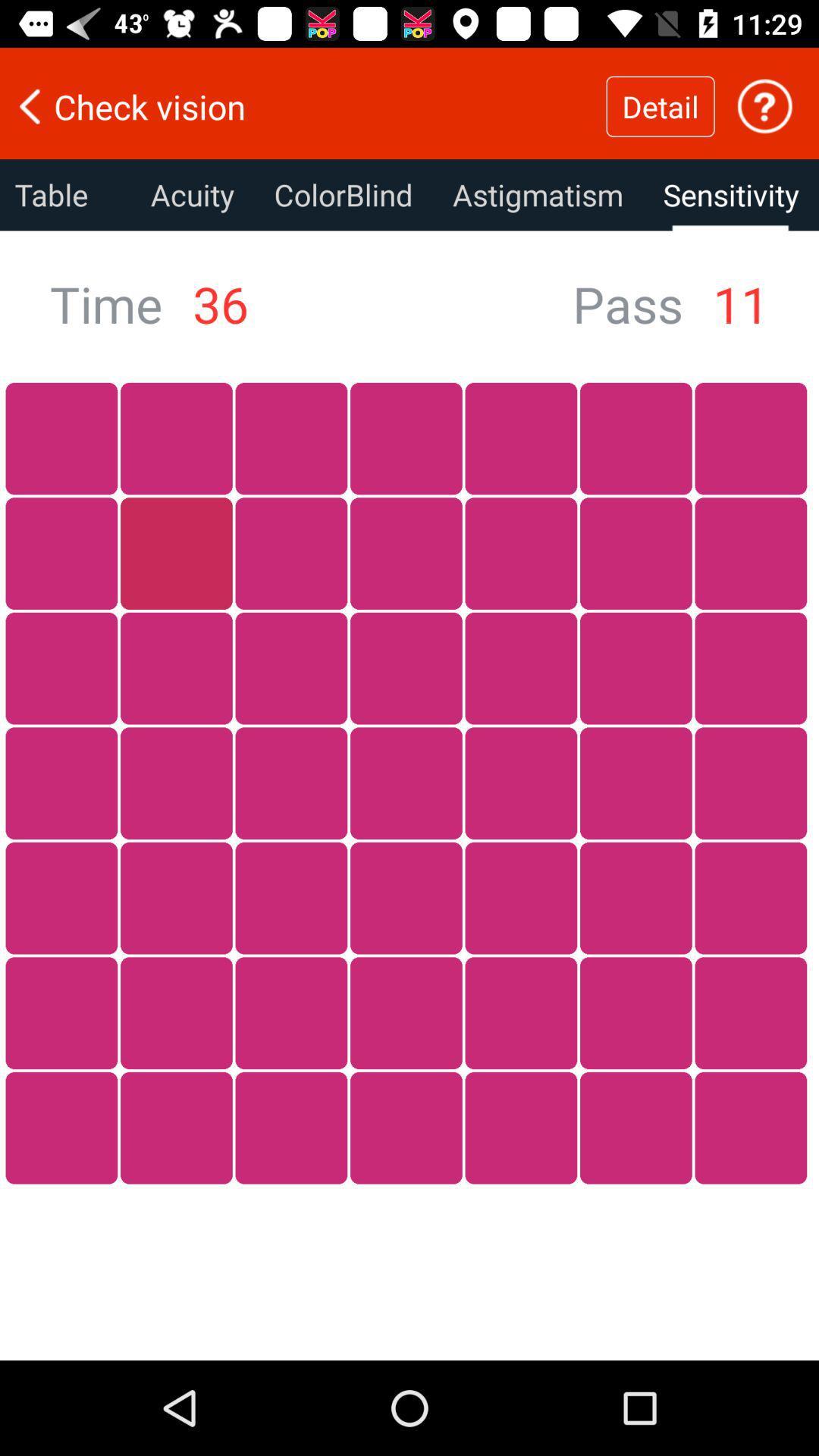  I want to click on the icon next to the sensitivity, so click(537, 194).